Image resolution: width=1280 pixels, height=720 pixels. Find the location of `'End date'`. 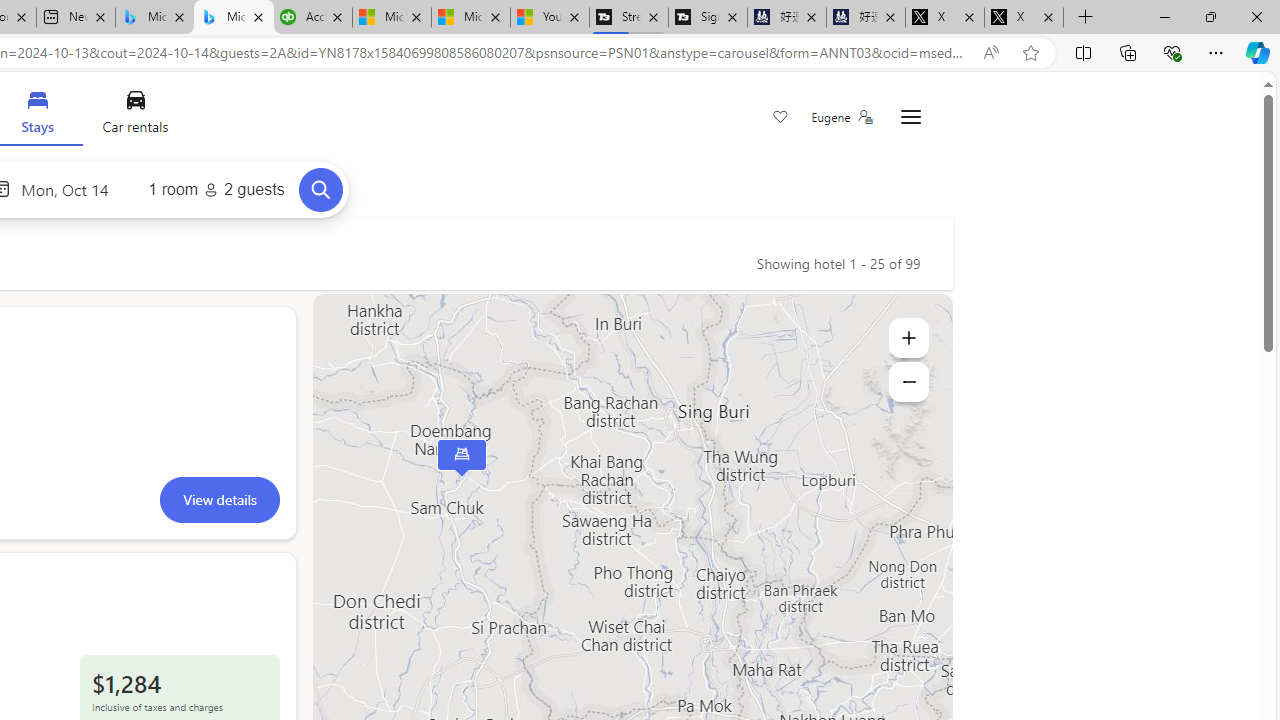

'End date' is located at coordinates (70, 189).